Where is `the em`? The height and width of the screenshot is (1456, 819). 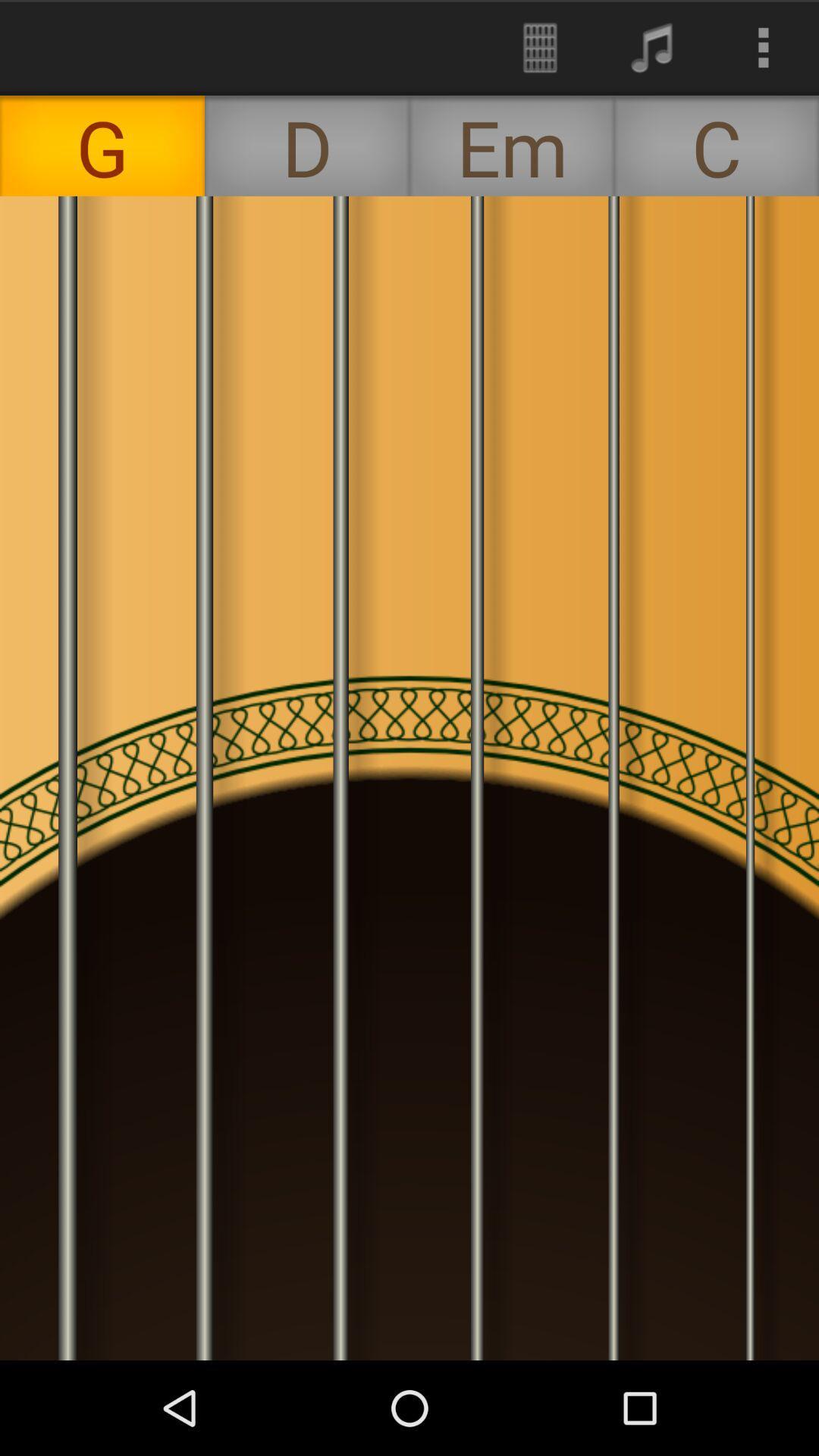
the em is located at coordinates (512, 146).